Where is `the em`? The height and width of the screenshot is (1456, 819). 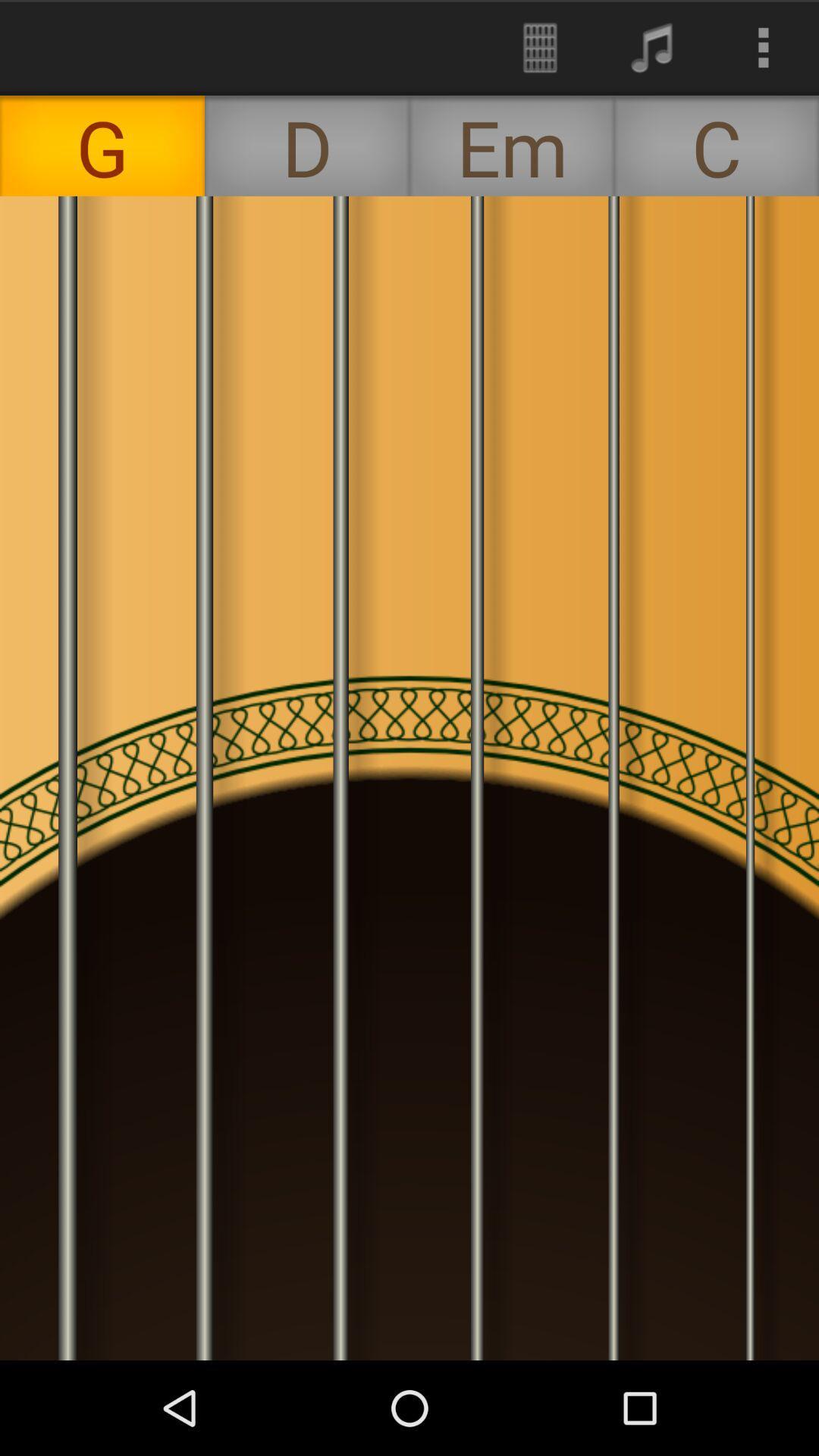
the em is located at coordinates (512, 146).